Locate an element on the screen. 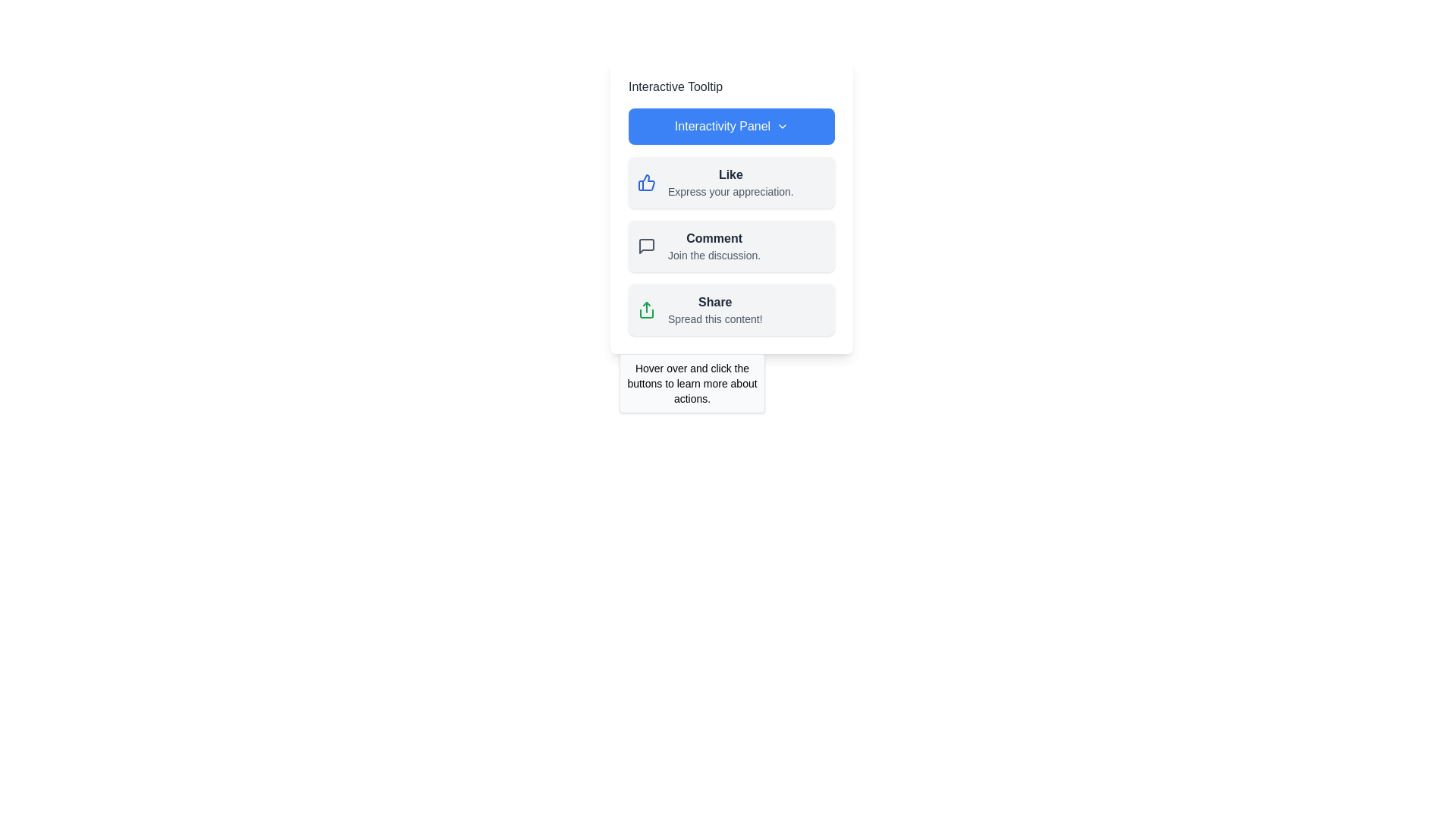  the 'Share' button, which is positioned below the 'Comment' button and features both an icon and textual labels indicating its function is located at coordinates (731, 309).